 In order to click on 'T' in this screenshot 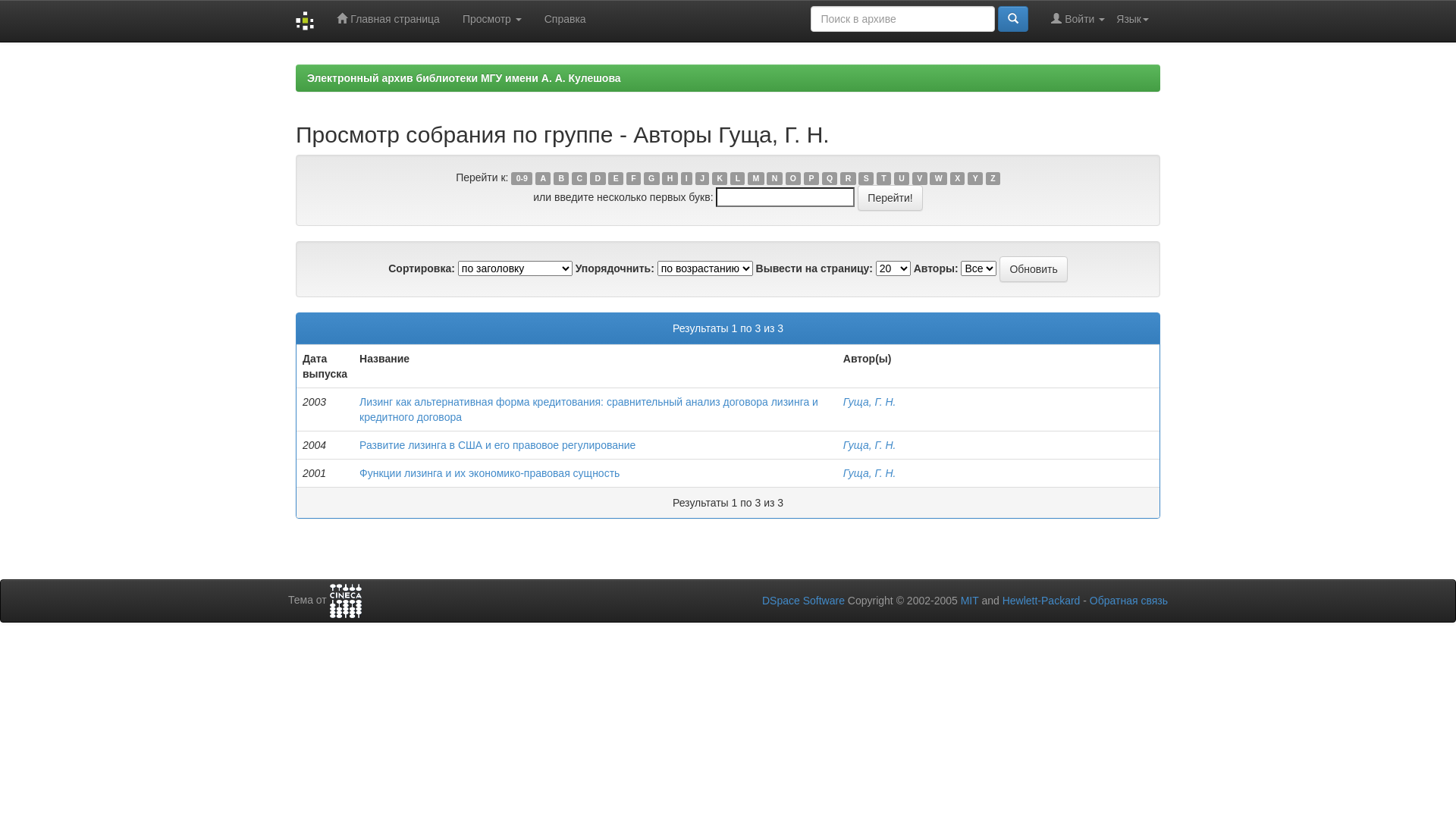, I will do `click(883, 177)`.